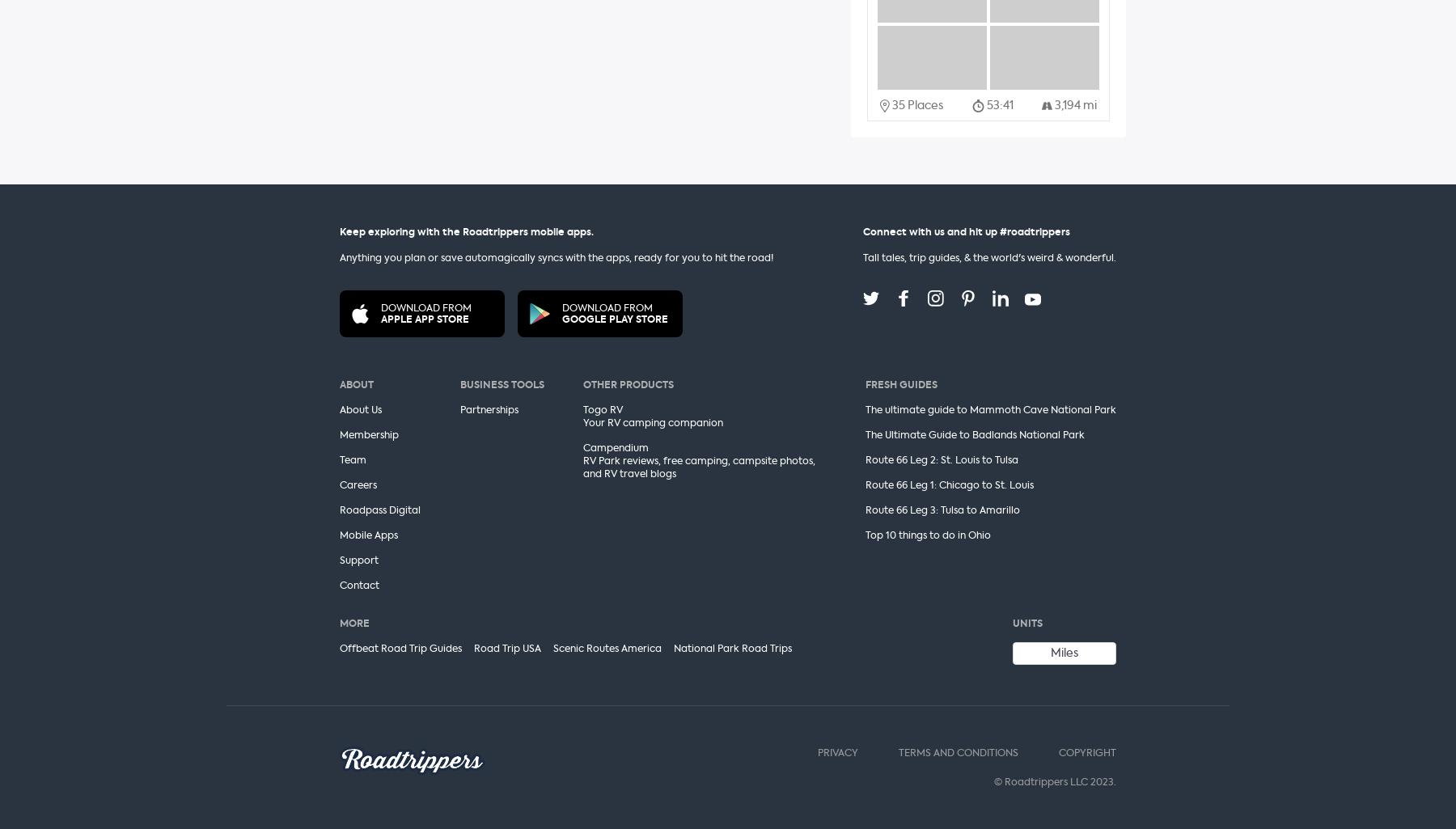 This screenshot has height=829, width=1456. What do you see at coordinates (941, 509) in the screenshot?
I see `'Route 66 Leg 3: Tulsa to Amarillo'` at bounding box center [941, 509].